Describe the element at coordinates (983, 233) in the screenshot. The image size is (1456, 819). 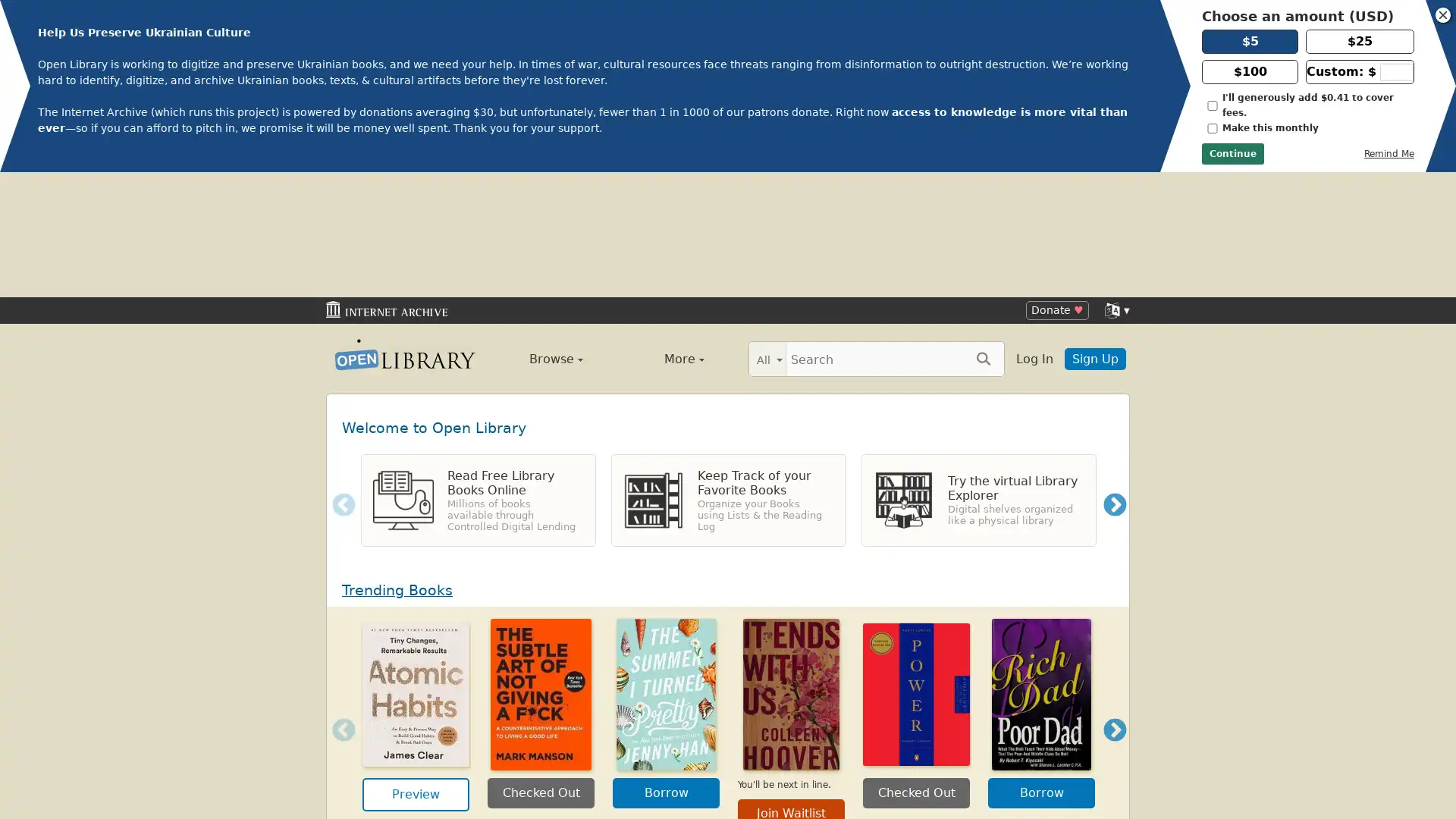
I see `Search submit` at that location.